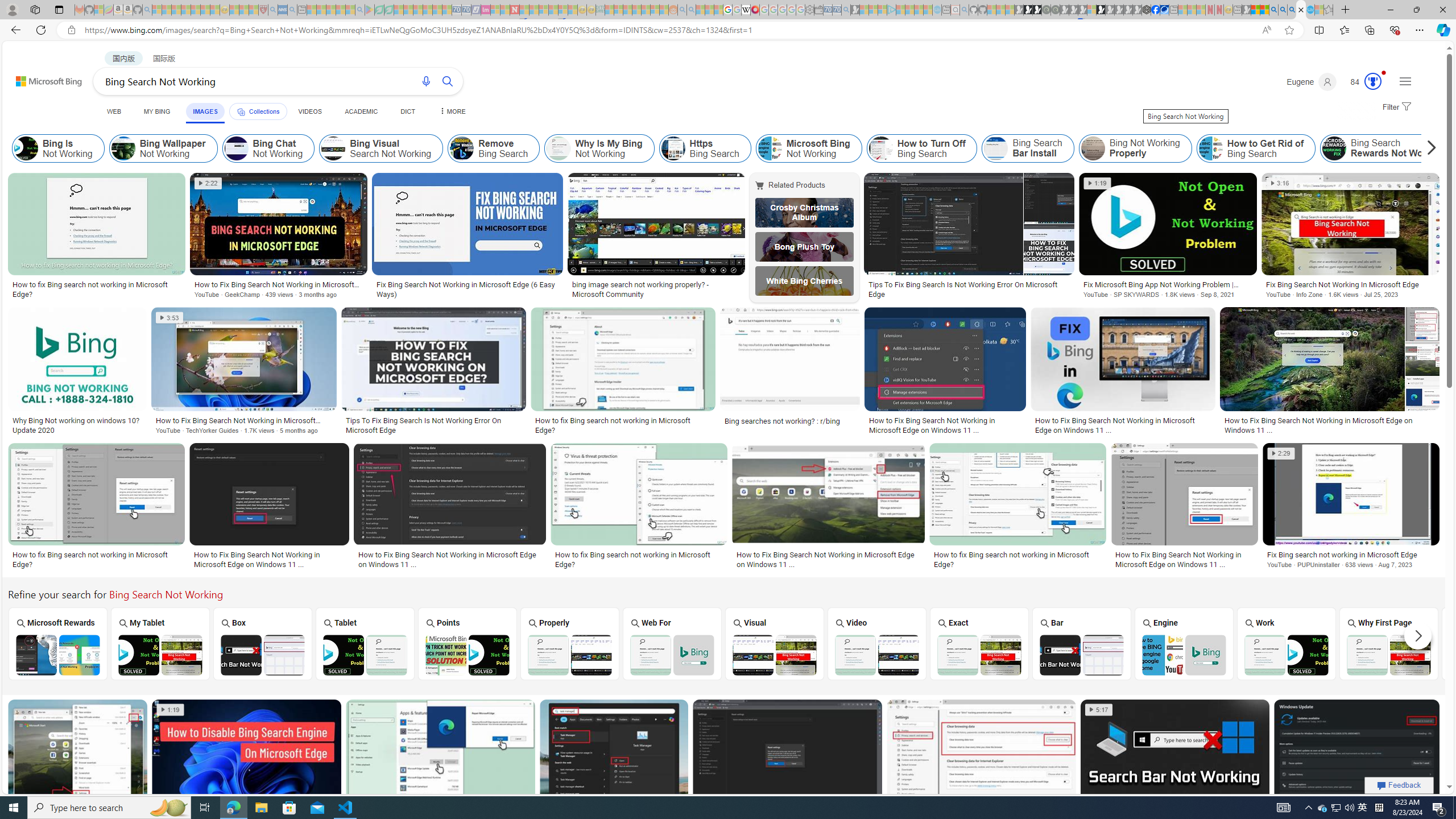 The image size is (1456, 819). I want to click on 'Bing Search Rewards Not Working', so click(1334, 148).